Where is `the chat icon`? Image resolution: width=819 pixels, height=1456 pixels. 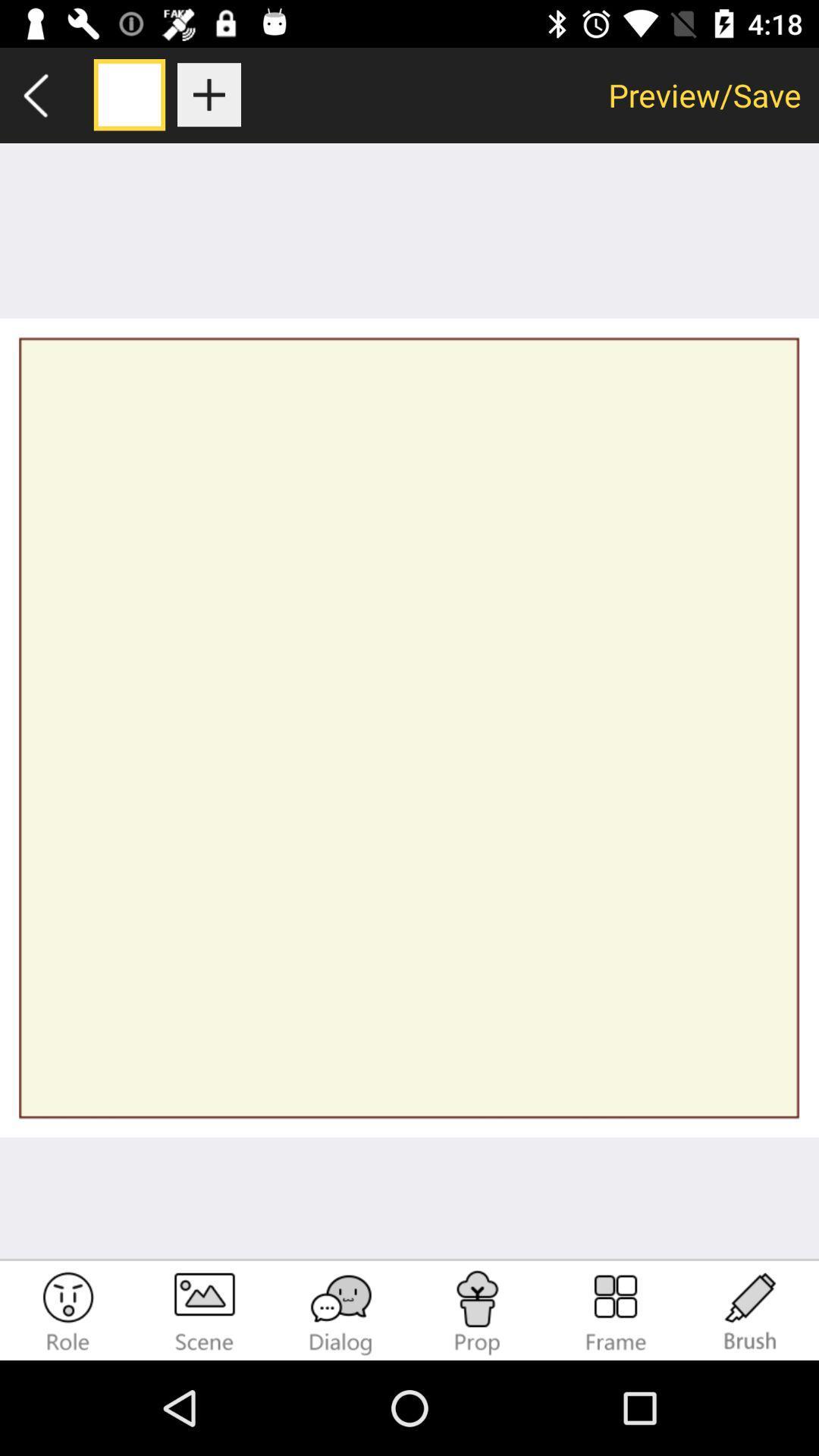 the chat icon is located at coordinates (341, 1312).